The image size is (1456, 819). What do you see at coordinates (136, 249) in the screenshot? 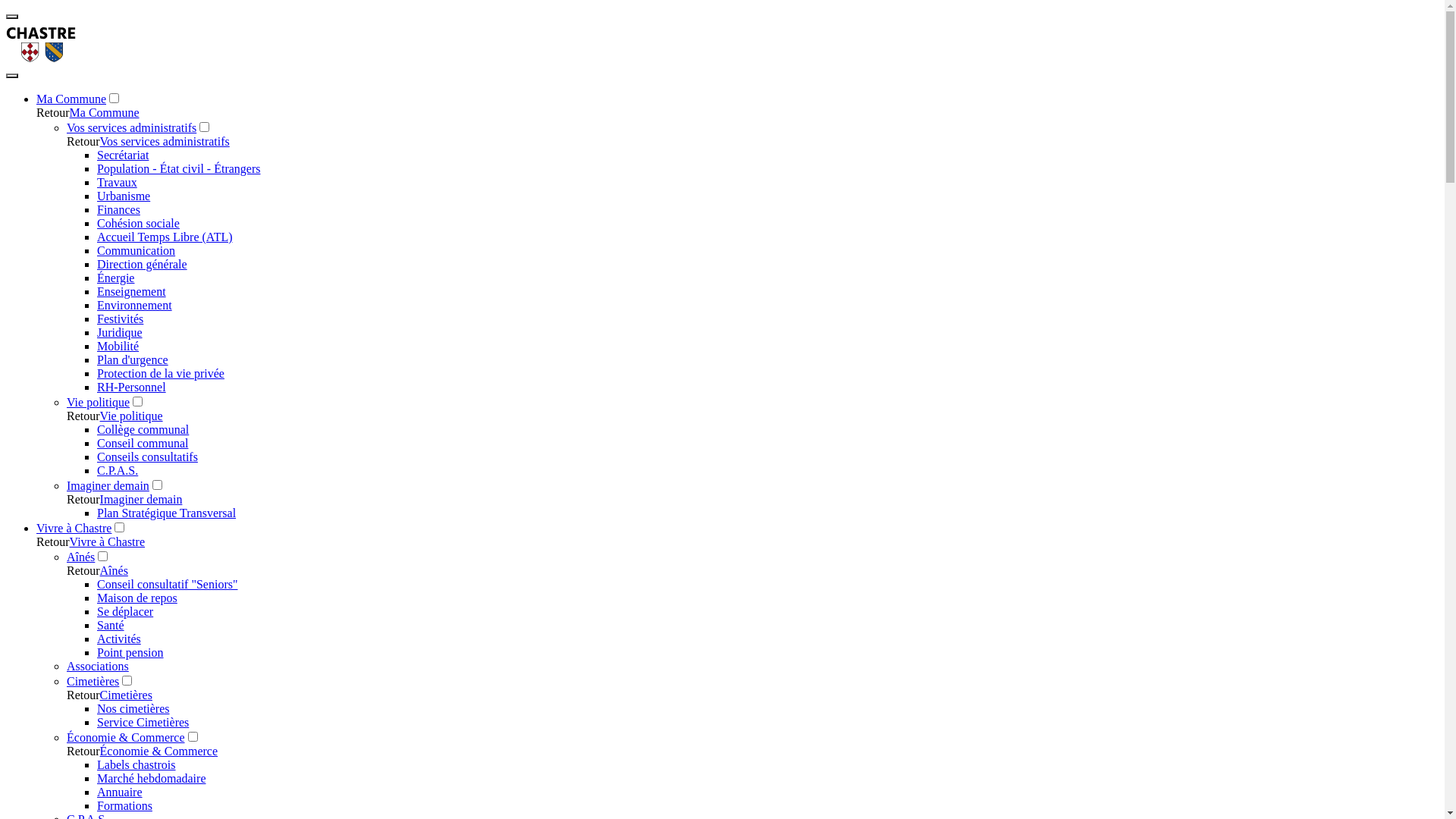
I see `'Communication'` at bounding box center [136, 249].